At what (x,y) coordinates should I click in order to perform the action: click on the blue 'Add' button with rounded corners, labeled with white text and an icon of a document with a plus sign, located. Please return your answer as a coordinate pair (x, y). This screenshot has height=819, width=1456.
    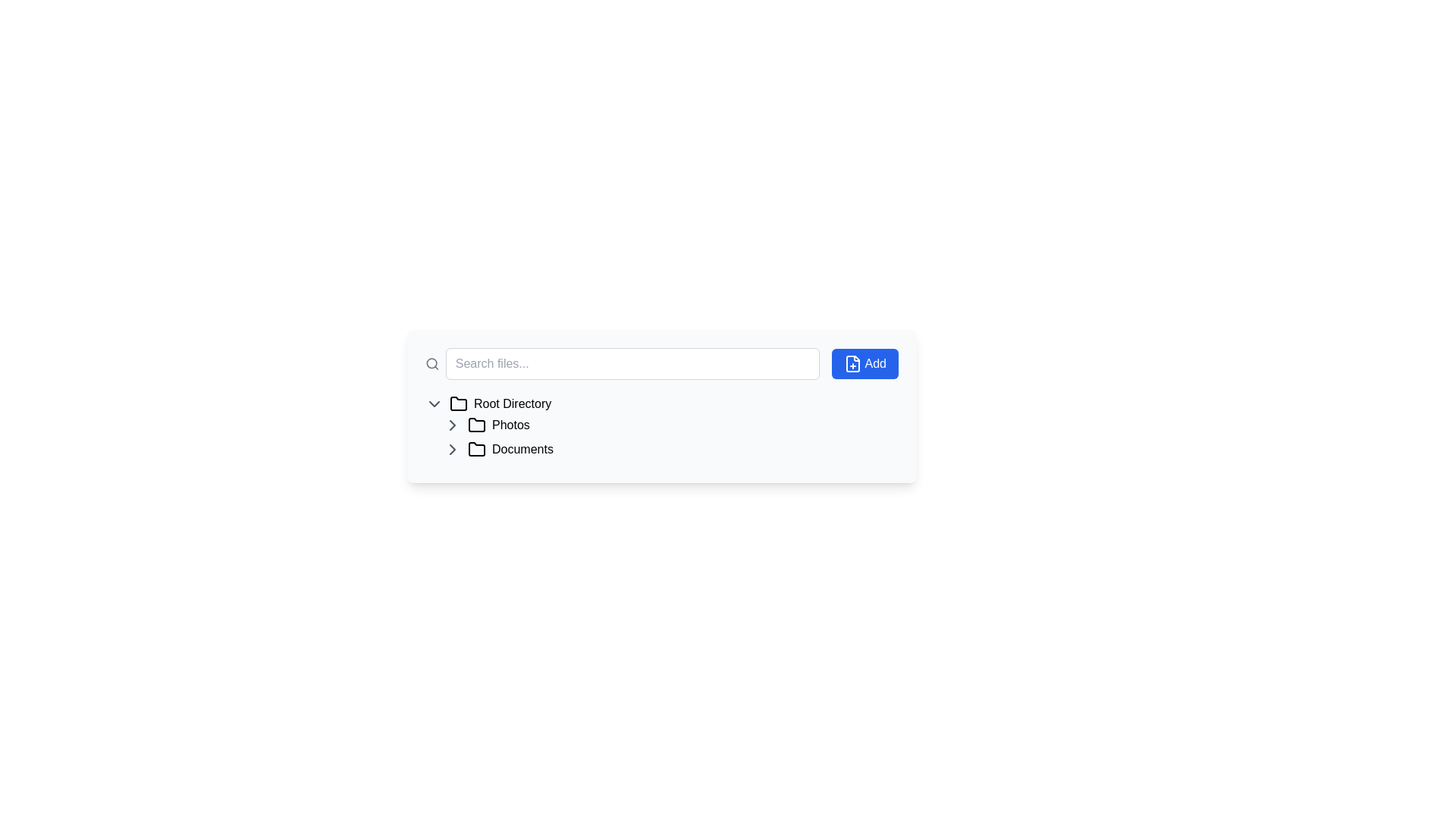
    Looking at the image, I should click on (864, 363).